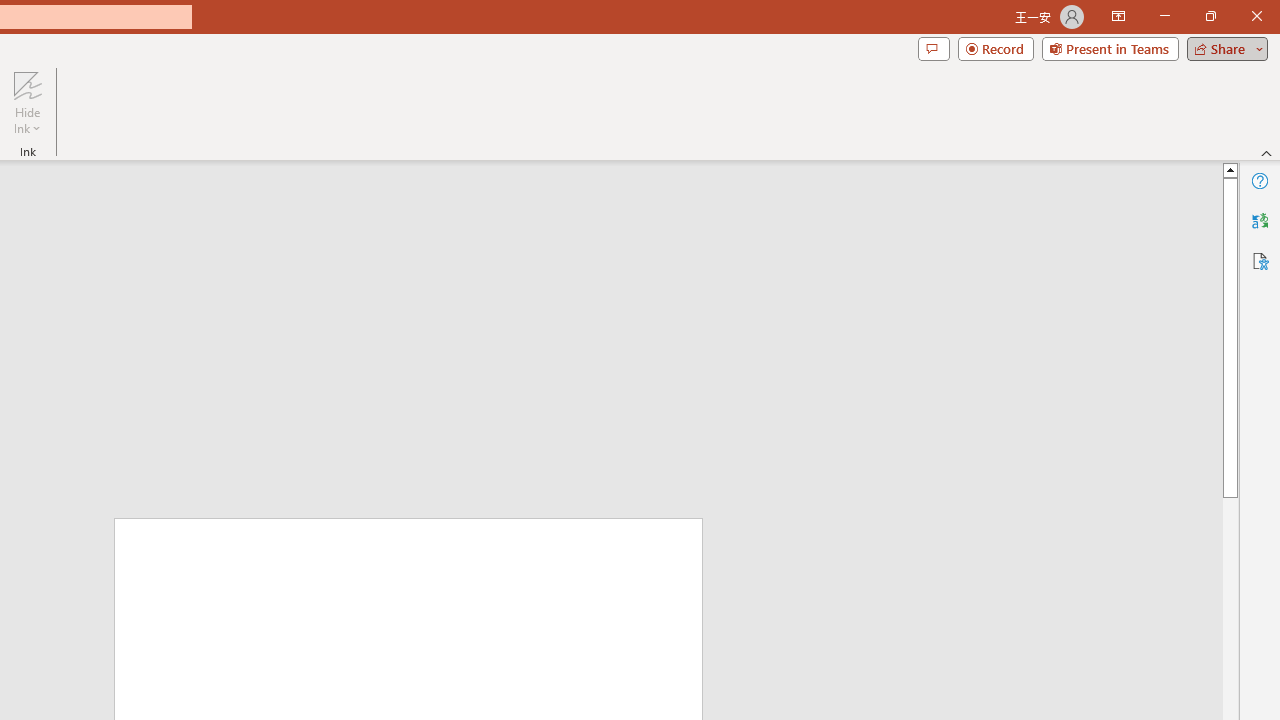 The width and height of the screenshot is (1280, 720). What do you see at coordinates (27, 103) in the screenshot?
I see `'Hide Ink'` at bounding box center [27, 103].